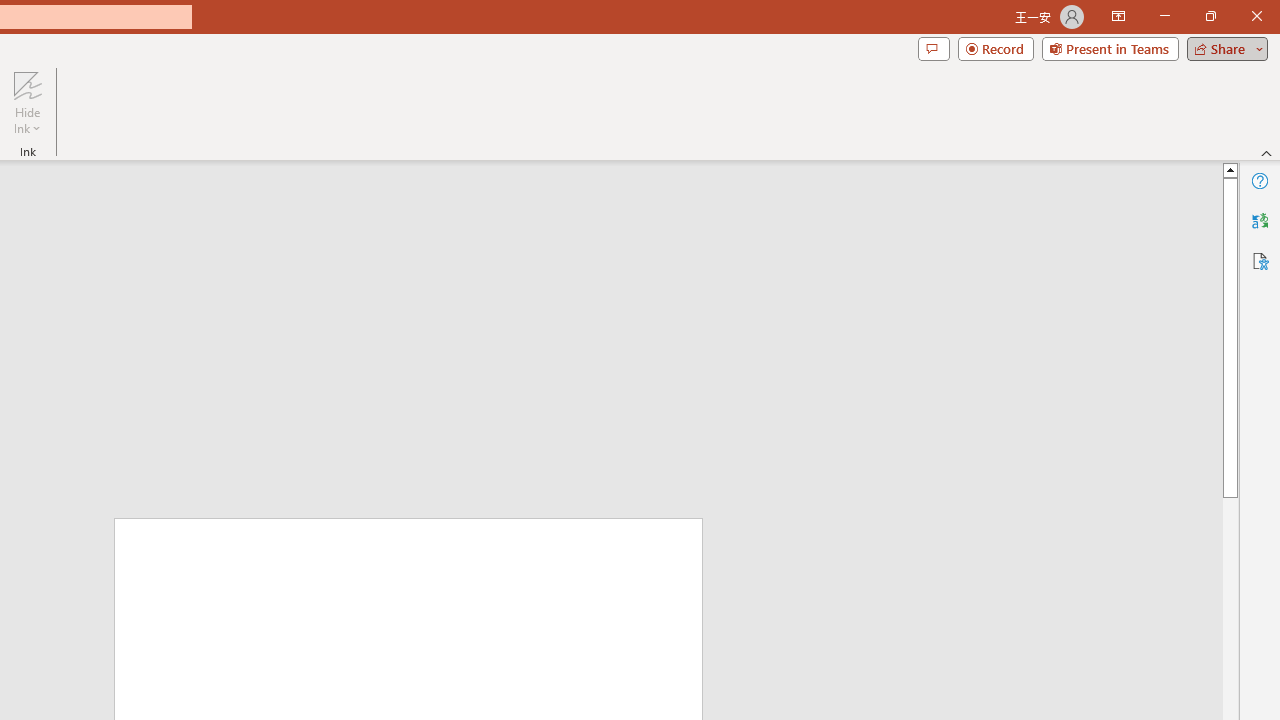 The width and height of the screenshot is (1280, 720). What do you see at coordinates (27, 103) in the screenshot?
I see `'Hide Ink'` at bounding box center [27, 103].